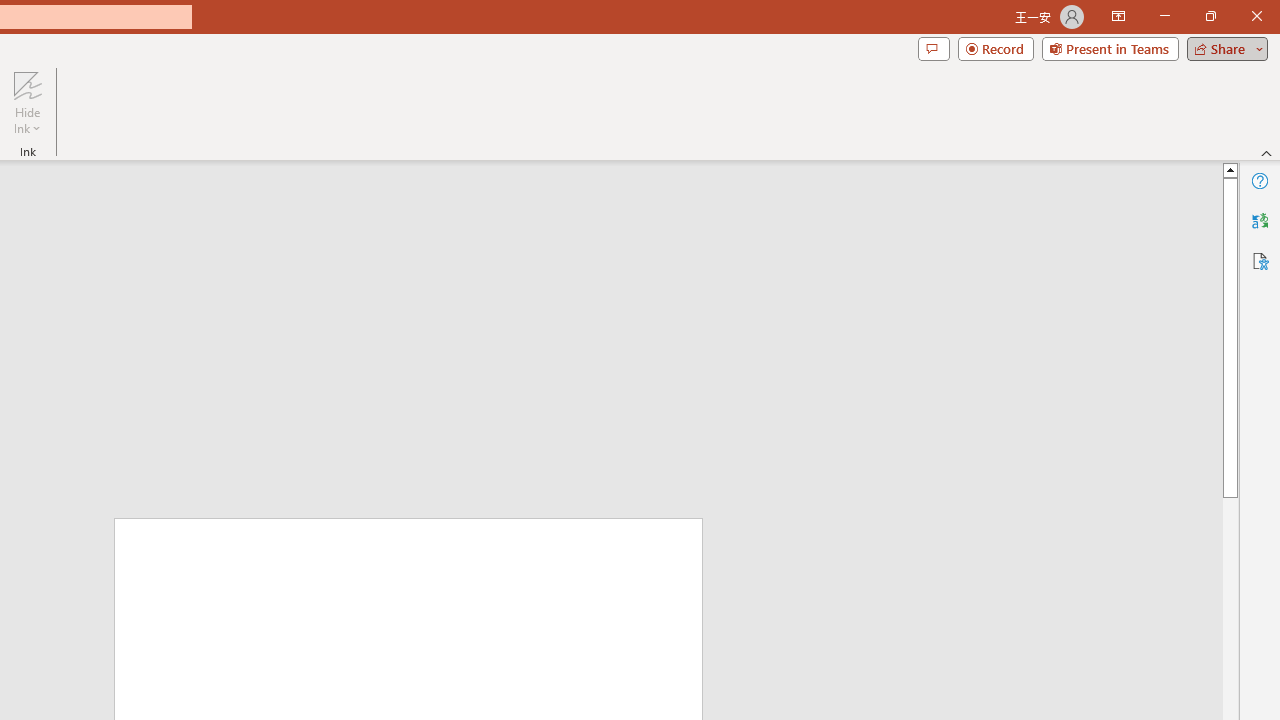 The width and height of the screenshot is (1280, 720). What do you see at coordinates (27, 103) in the screenshot?
I see `'Hide Ink'` at bounding box center [27, 103].